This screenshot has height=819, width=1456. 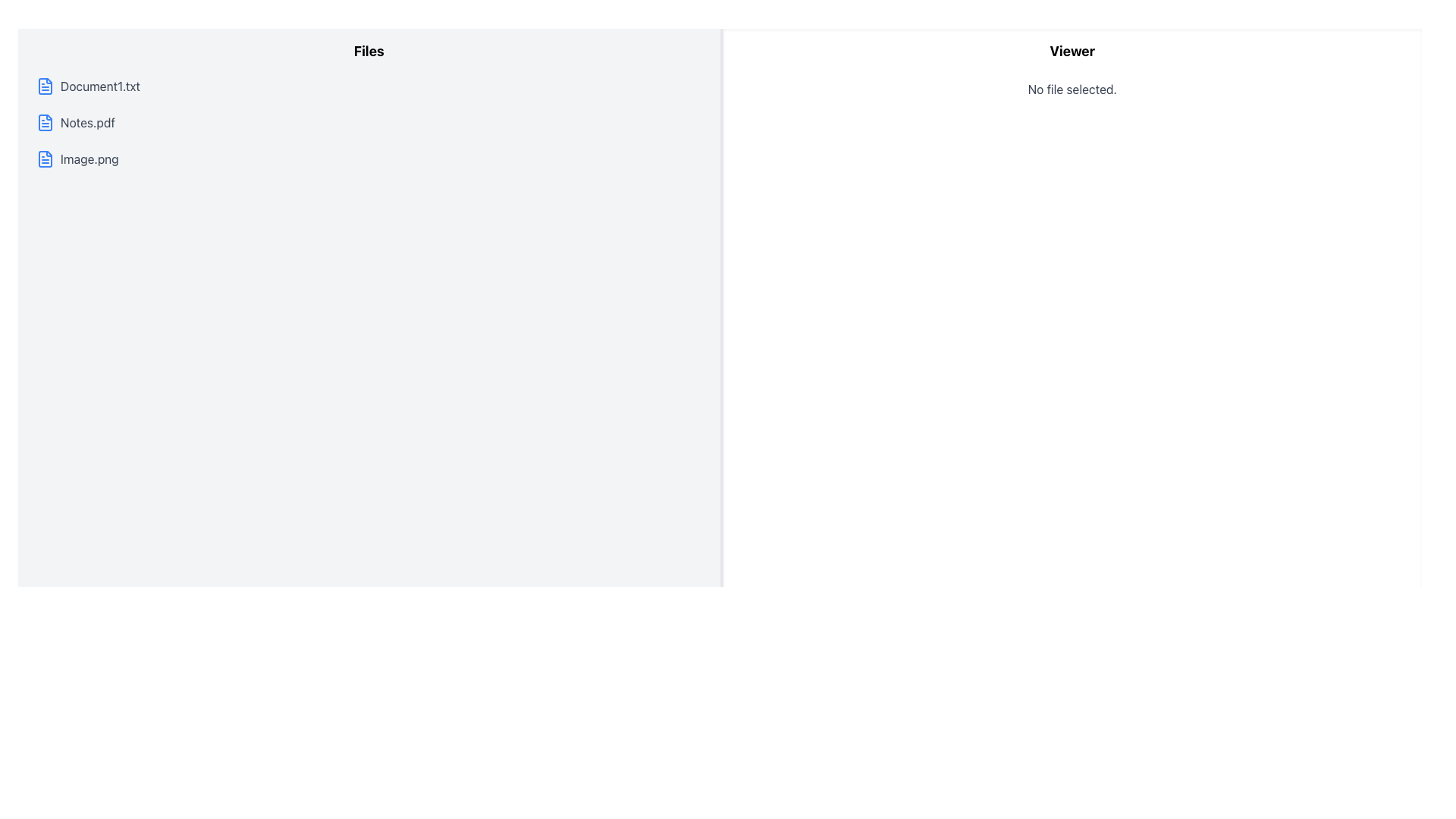 What do you see at coordinates (45, 158) in the screenshot?
I see `the document icon for the file named 'Image.png', which is located at the leftmost part of its row, to show options` at bounding box center [45, 158].